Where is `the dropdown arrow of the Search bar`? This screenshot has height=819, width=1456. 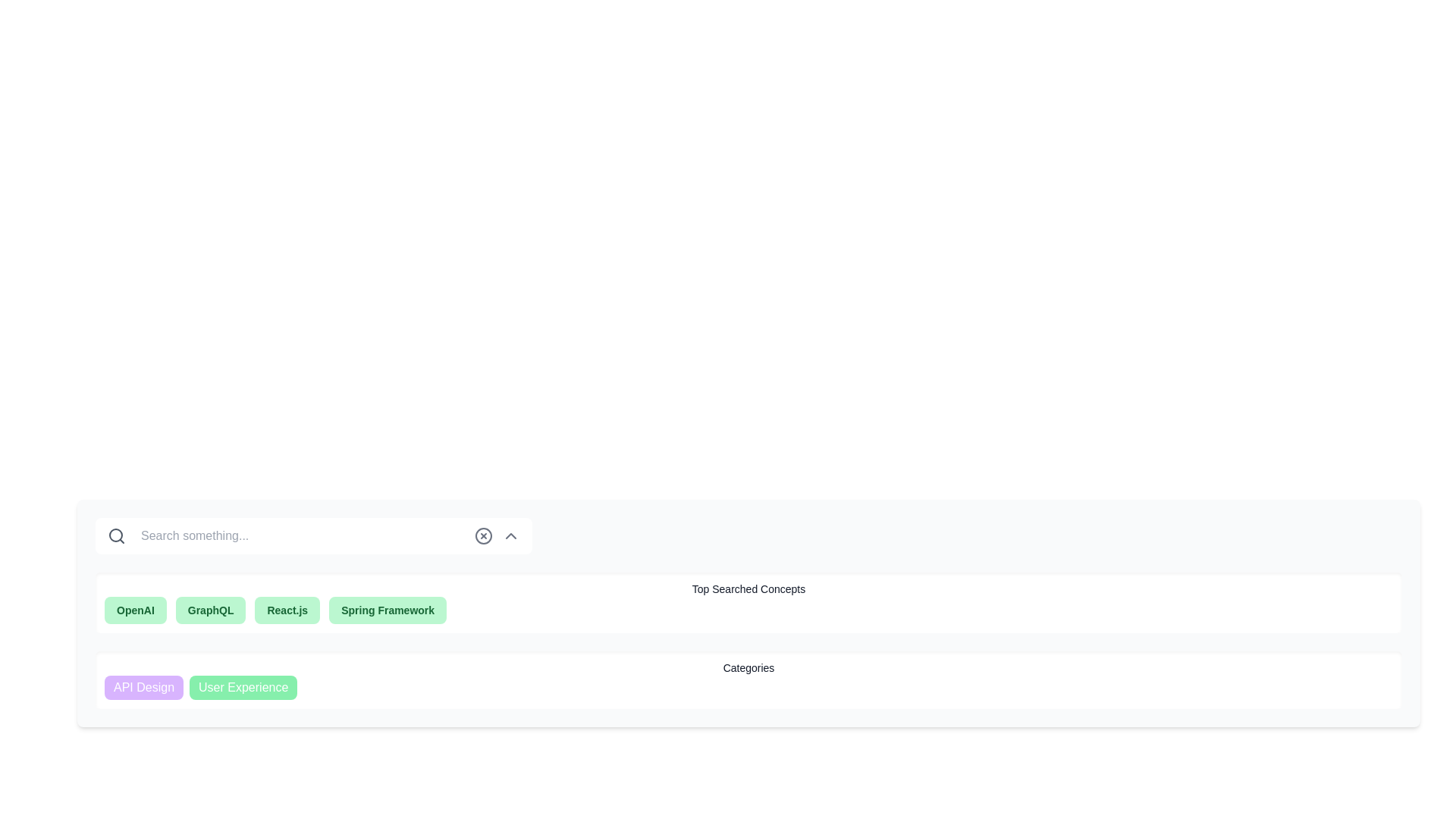
the dropdown arrow of the Search bar is located at coordinates (312, 535).